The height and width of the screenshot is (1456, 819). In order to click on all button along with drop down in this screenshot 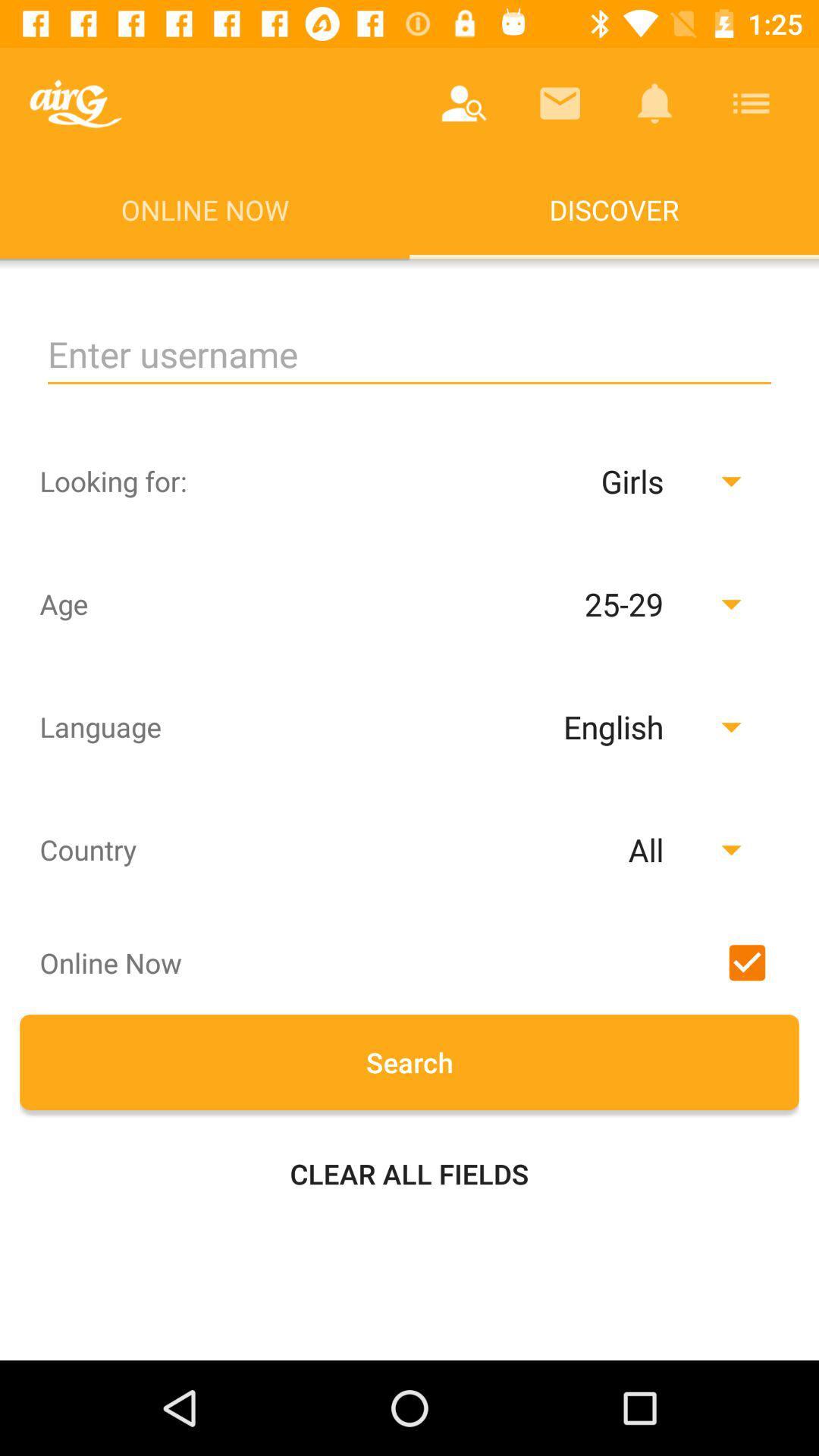, I will do `click(563, 849)`.